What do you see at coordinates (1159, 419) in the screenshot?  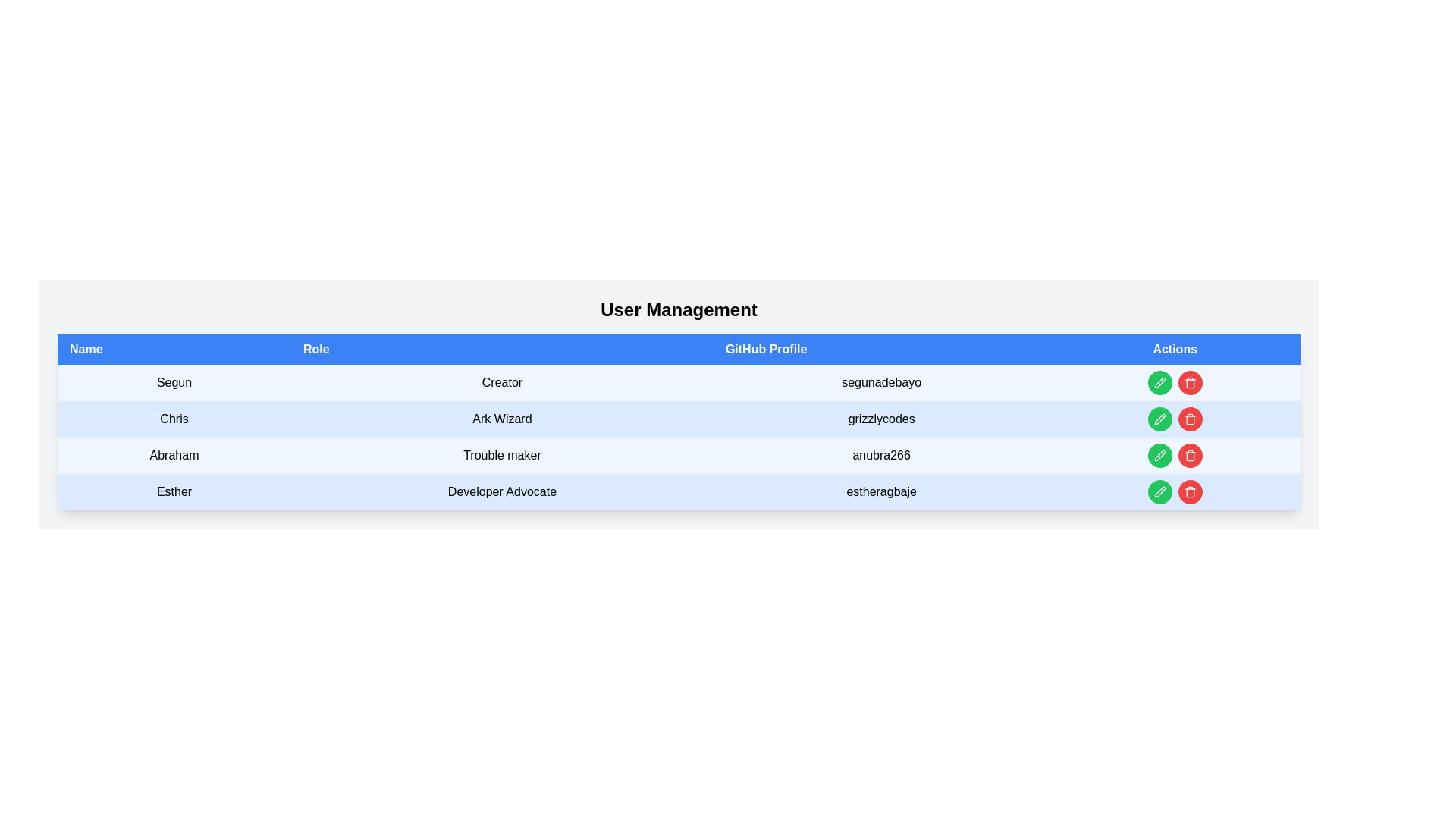 I see `the edit button located in the 'Actions' column of the row associated with the user 'Chris', which is immediately to the left of a red button with a trash icon` at bounding box center [1159, 419].